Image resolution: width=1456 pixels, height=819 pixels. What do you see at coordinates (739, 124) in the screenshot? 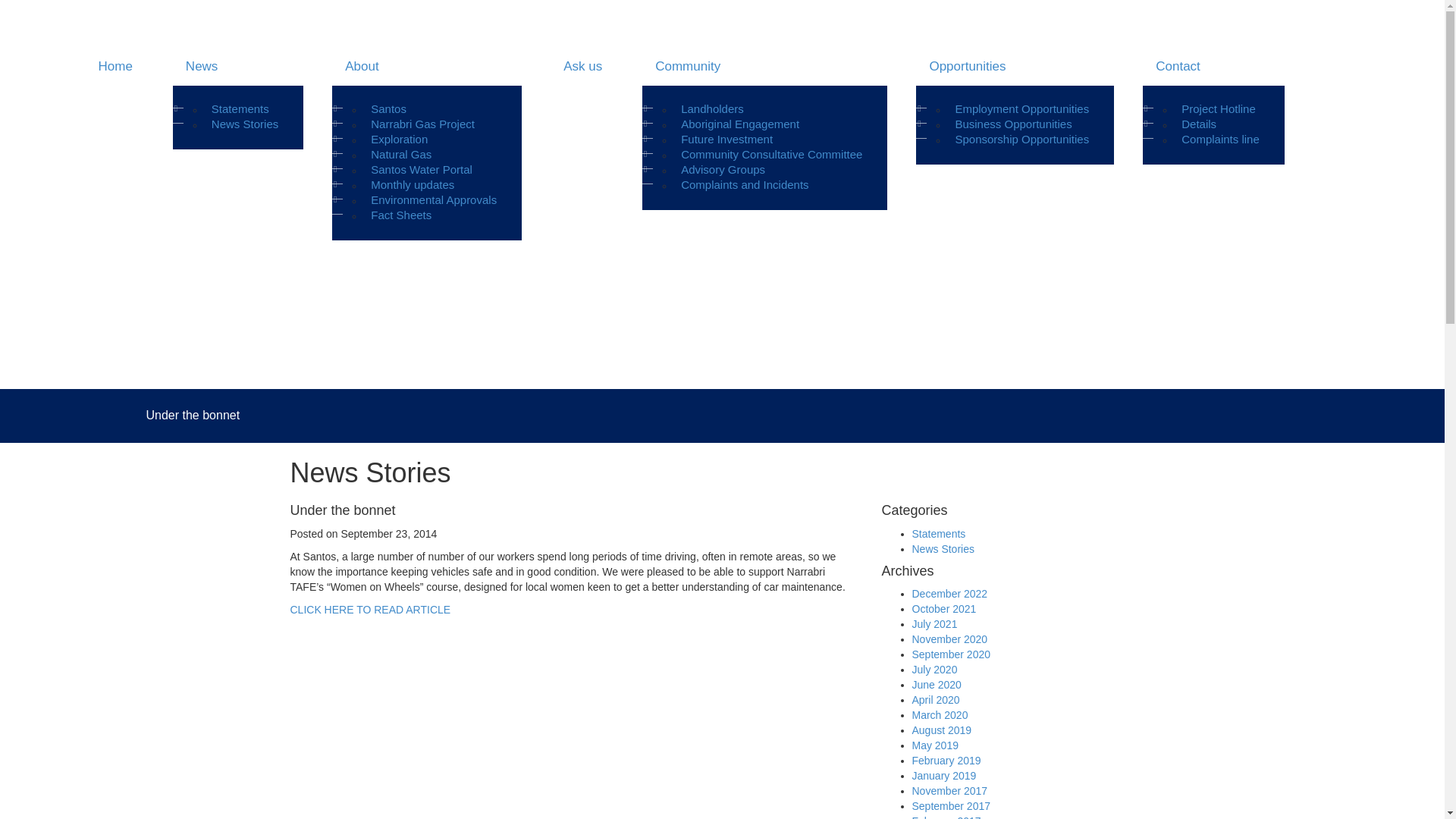
I see `'Aboriginal Engagement'` at bounding box center [739, 124].